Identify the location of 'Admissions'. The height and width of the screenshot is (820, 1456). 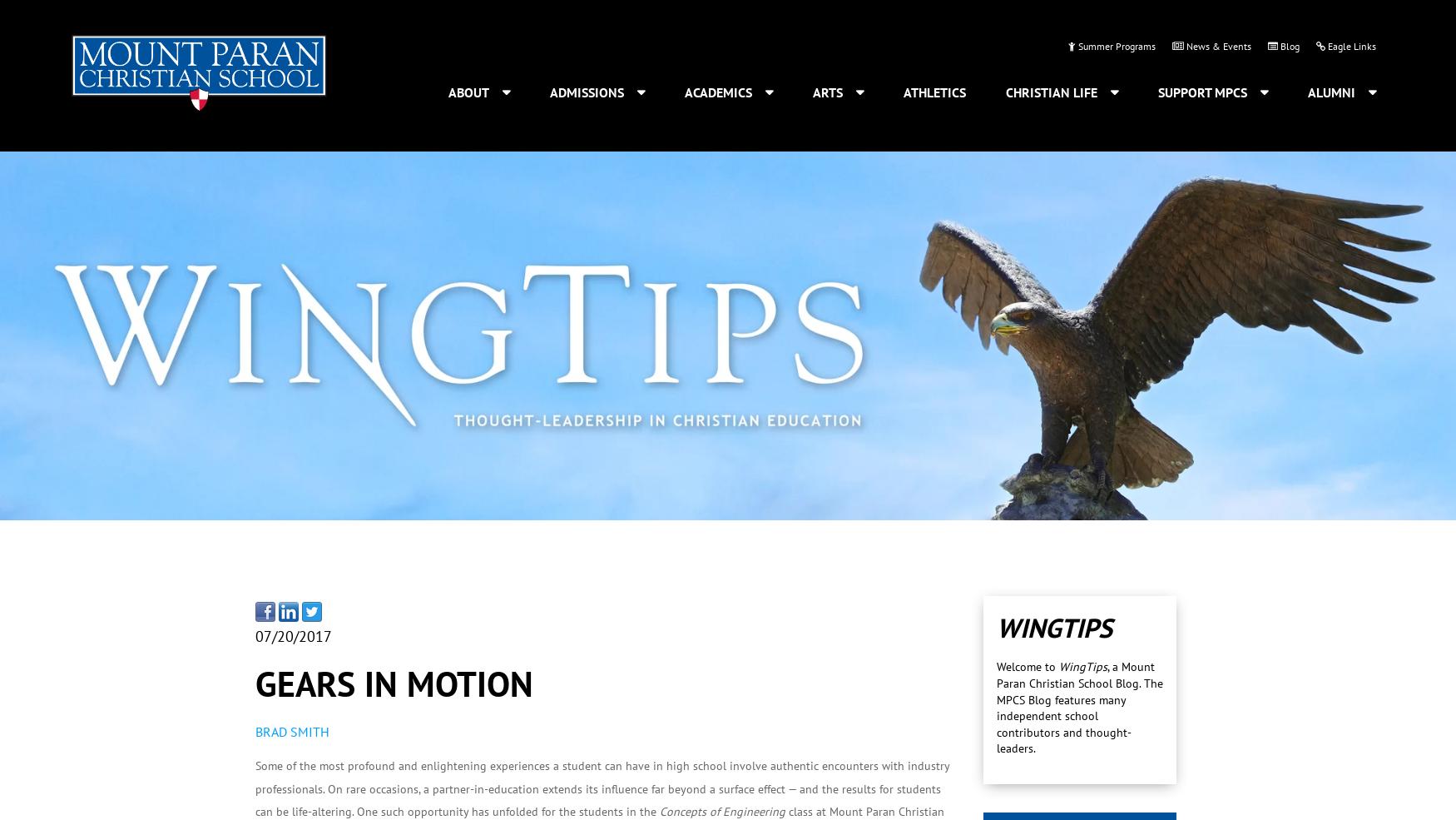
(548, 92).